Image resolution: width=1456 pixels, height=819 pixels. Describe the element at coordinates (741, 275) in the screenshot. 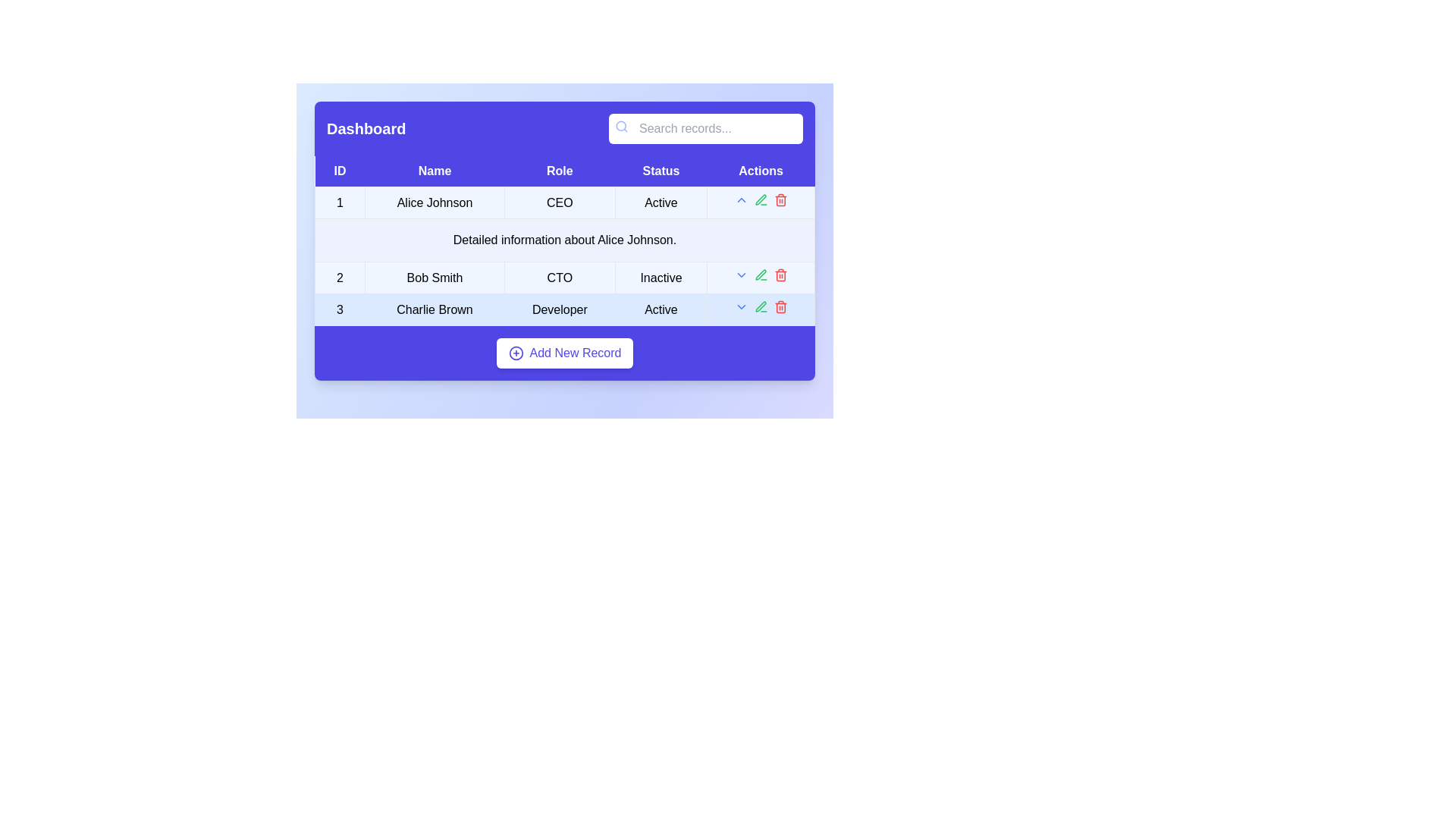

I see `the Icon button in the Actions column for Bob Smith` at that location.